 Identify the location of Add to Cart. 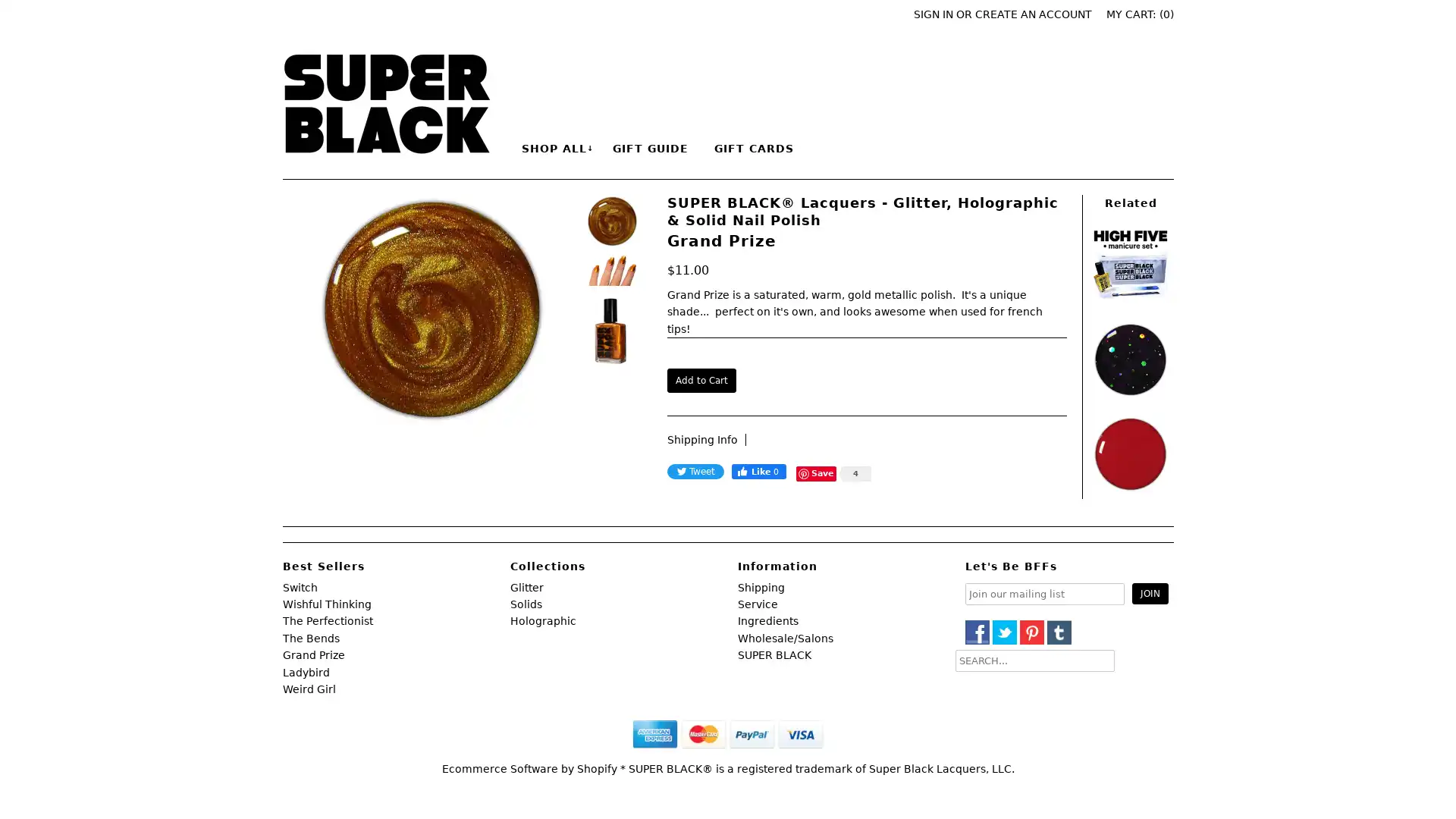
(700, 379).